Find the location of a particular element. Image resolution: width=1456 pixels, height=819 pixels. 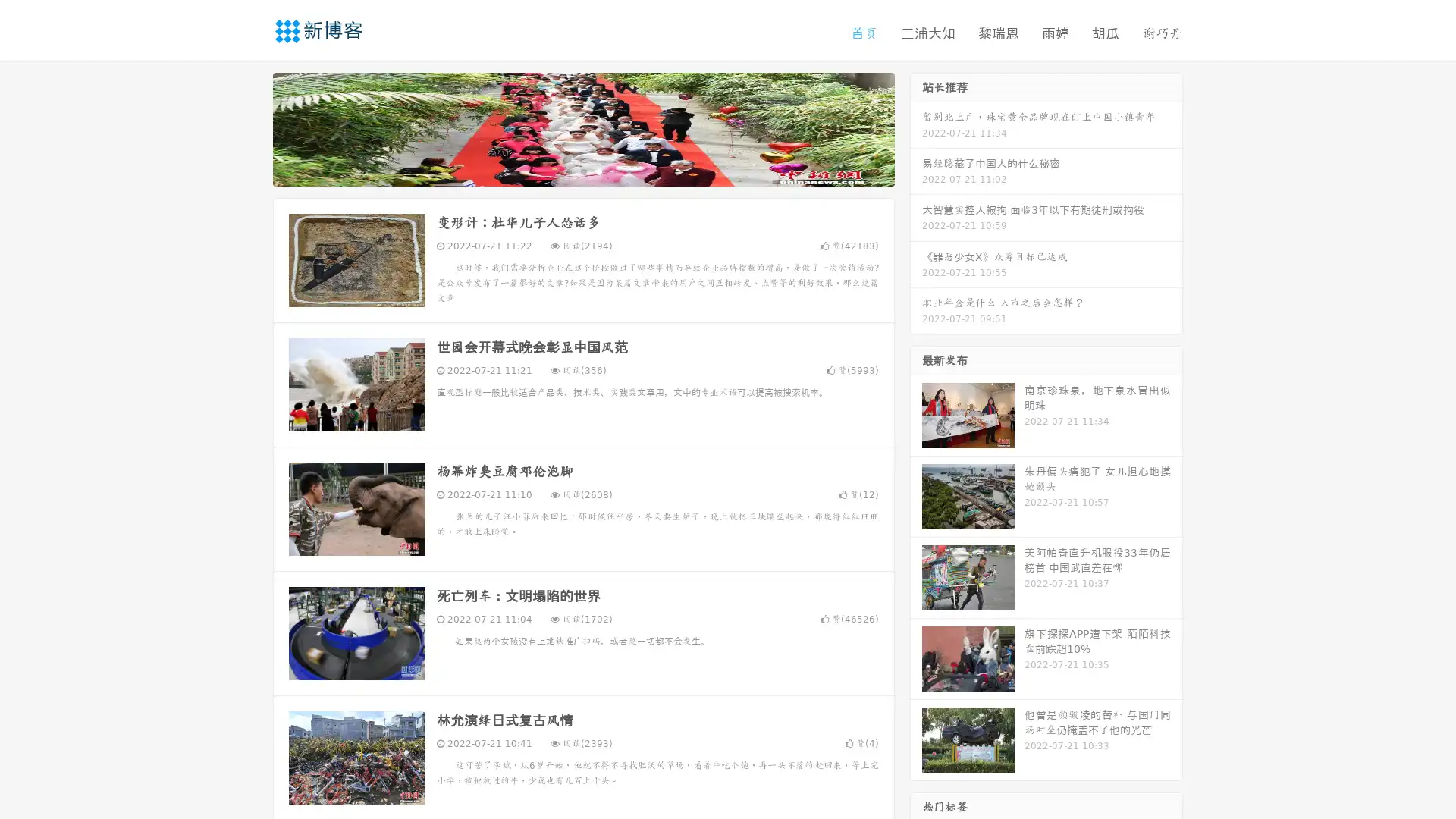

Next slide is located at coordinates (916, 127).